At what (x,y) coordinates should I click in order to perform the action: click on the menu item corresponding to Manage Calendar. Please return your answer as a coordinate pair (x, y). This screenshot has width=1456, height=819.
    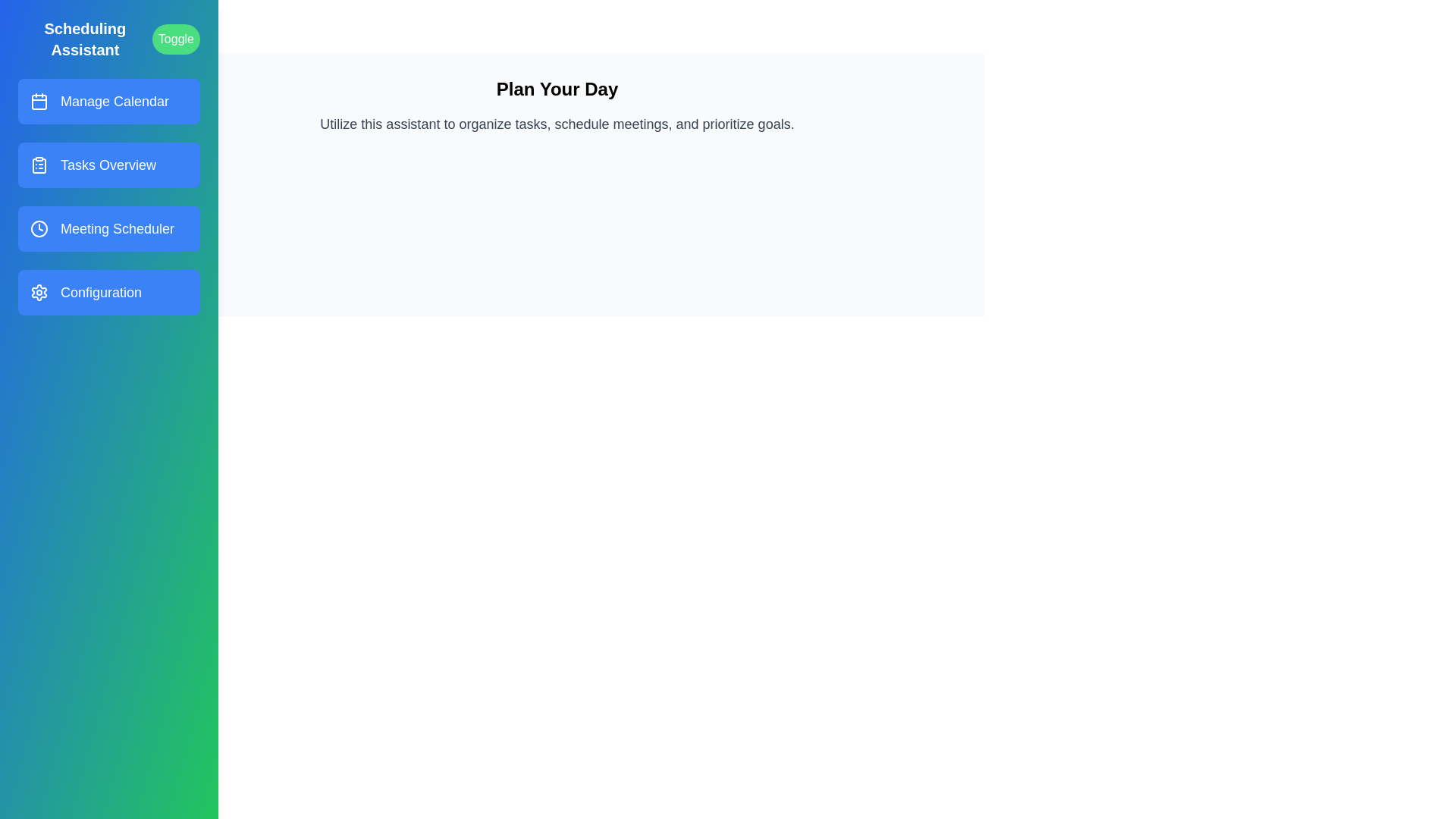
    Looking at the image, I should click on (108, 102).